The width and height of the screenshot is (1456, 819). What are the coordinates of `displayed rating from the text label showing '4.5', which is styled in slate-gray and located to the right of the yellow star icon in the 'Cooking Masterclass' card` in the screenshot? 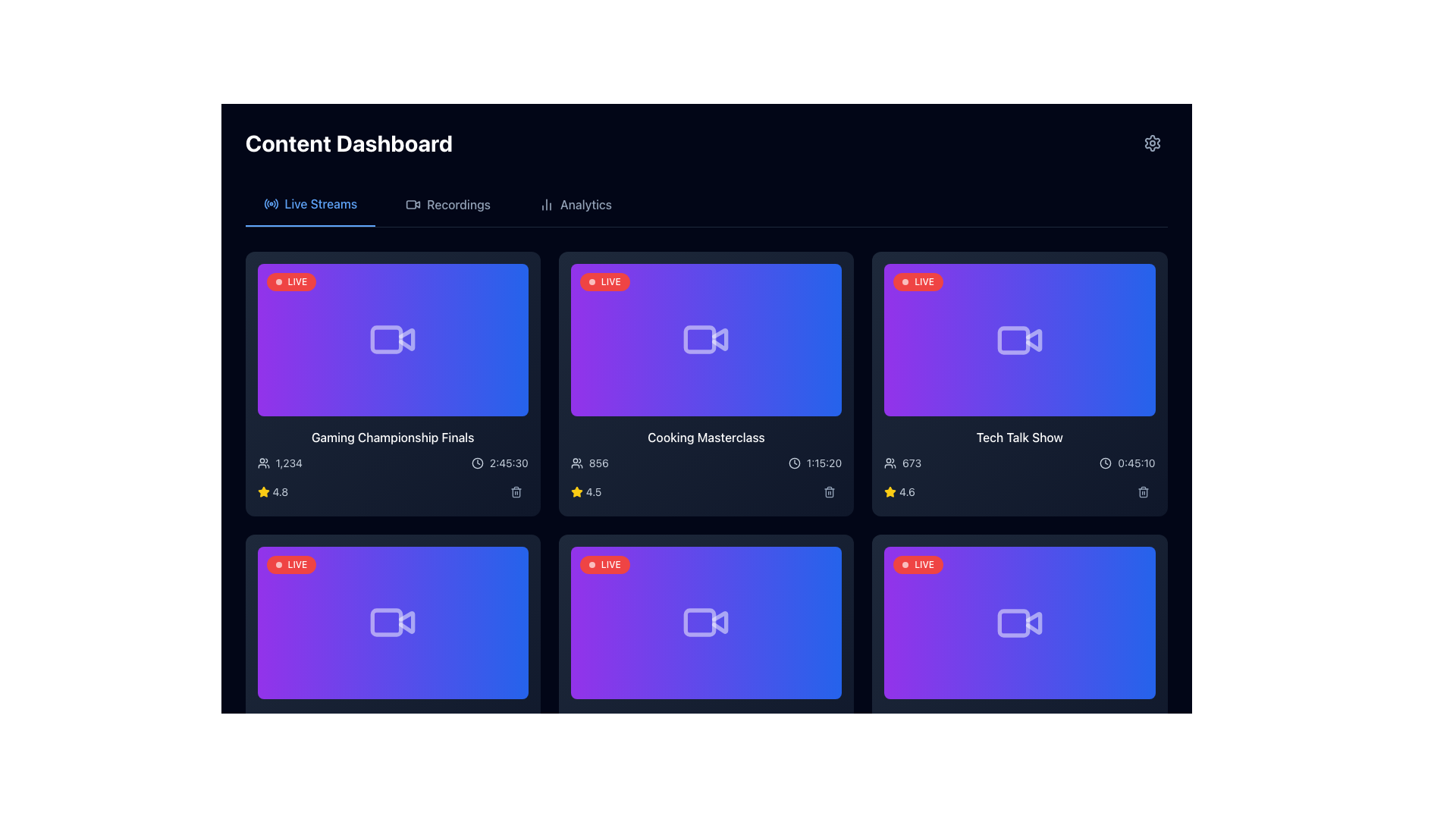 It's located at (592, 491).